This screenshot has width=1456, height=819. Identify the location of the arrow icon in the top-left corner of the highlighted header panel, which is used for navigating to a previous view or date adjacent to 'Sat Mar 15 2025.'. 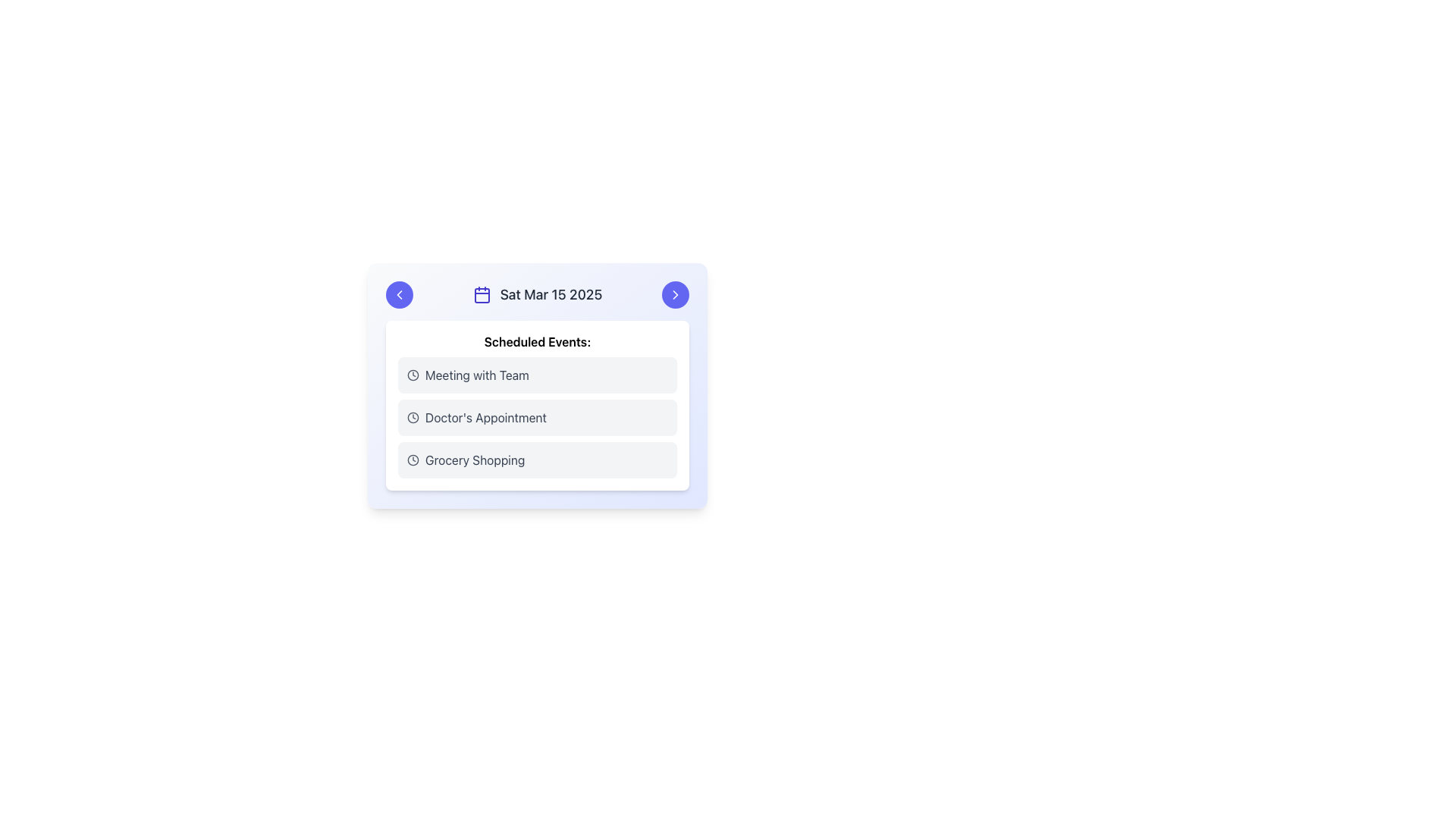
(400, 295).